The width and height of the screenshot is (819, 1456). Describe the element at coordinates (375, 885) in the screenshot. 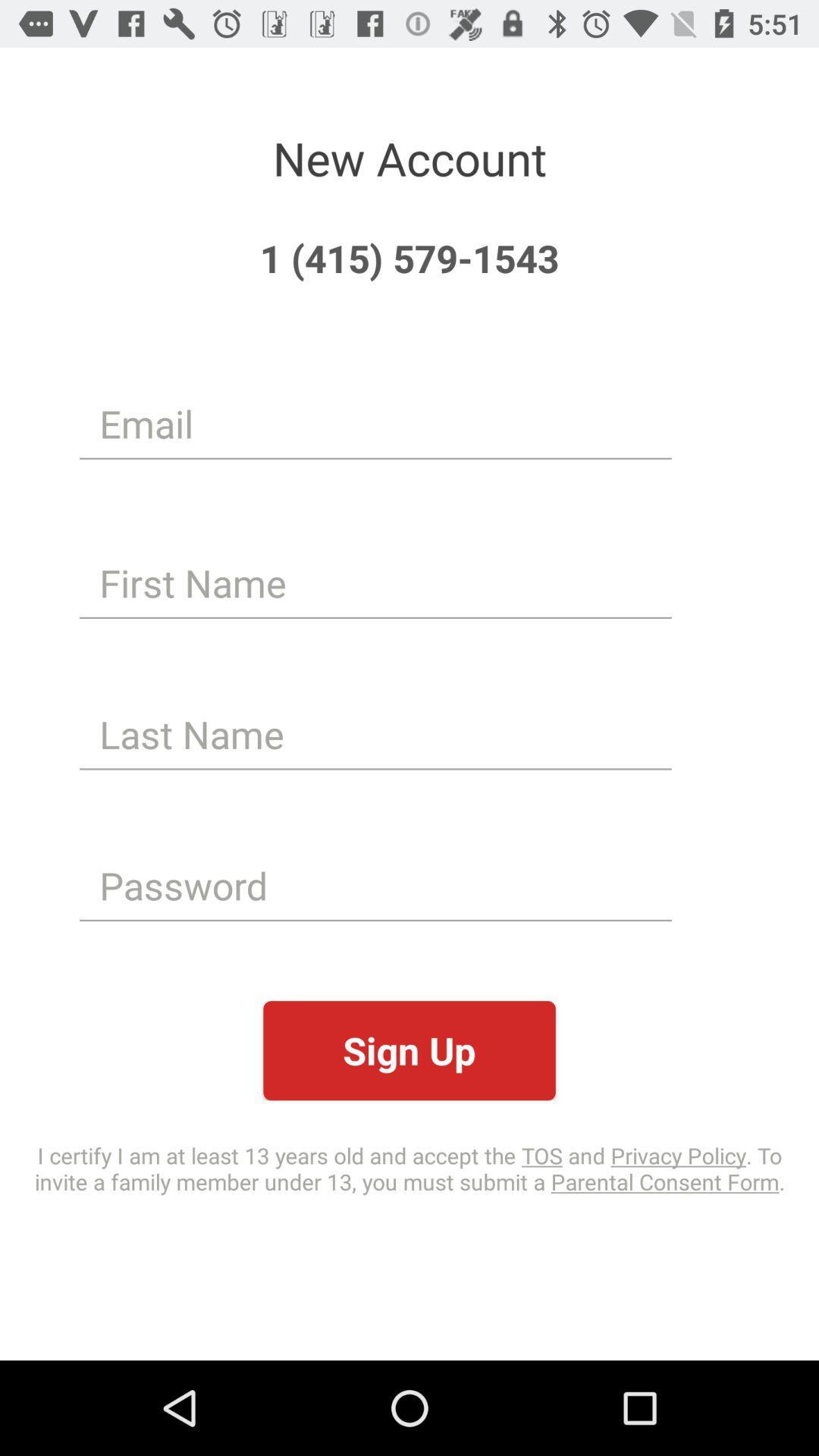

I see `the icon above sign up` at that location.